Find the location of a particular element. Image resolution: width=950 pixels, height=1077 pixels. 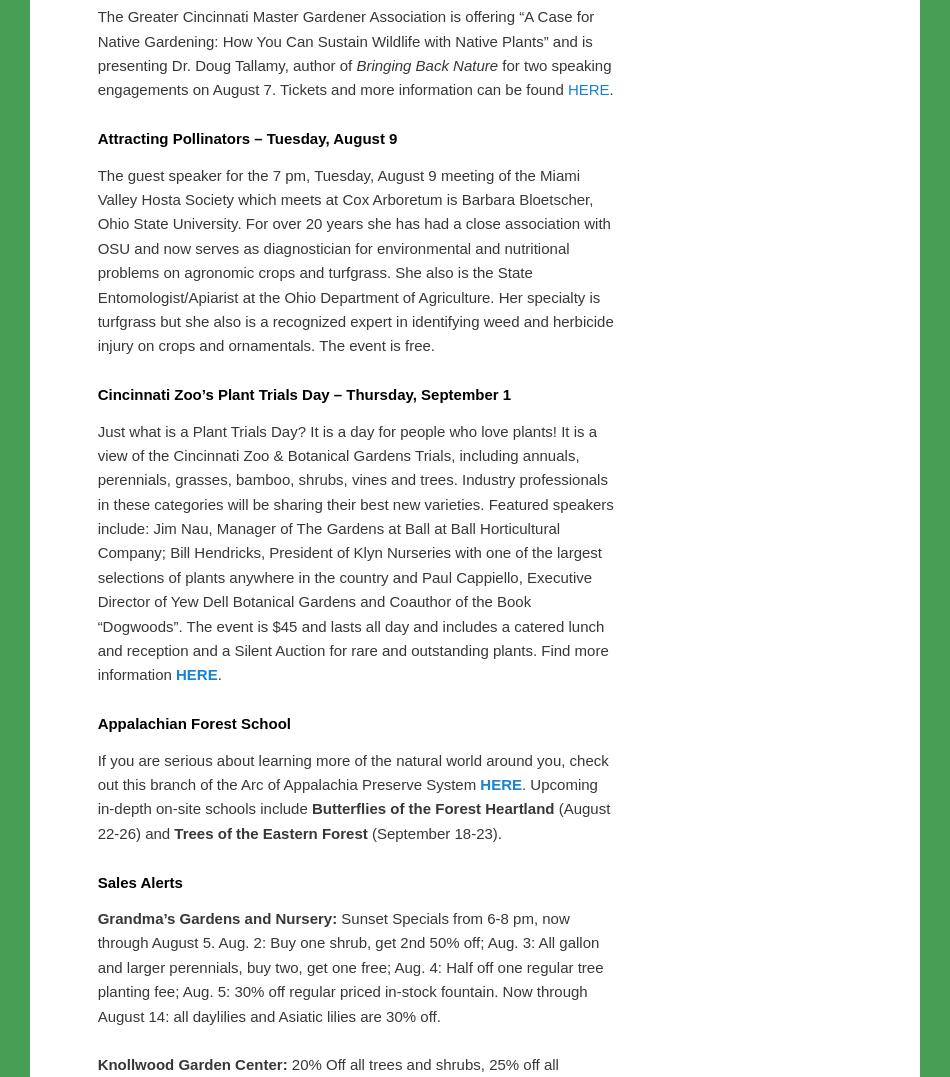

'Not slighting the men (after last post’s note on a Women’s Day event) Siebenthaler’s Nursery is offering a Men’s Morning, Saturday, August 6 from 8-9:30 am at the Centerville Garden Center ONLY. Men can enjoy breakfast cooked on the grill and hear helpful lawn tips from Len Dunaway of Green Velvet Sod Farm. Robert and Jeff Siebenthaler will discuss the latest Emerald Ash Borer news. This program is also free, but you need to make a reservation. Register by contacting Laurie Fanning at: lauriefanning@siebenthaler.com; 937-434-1326 or 937-427-4110.' is located at coordinates (352, 263).